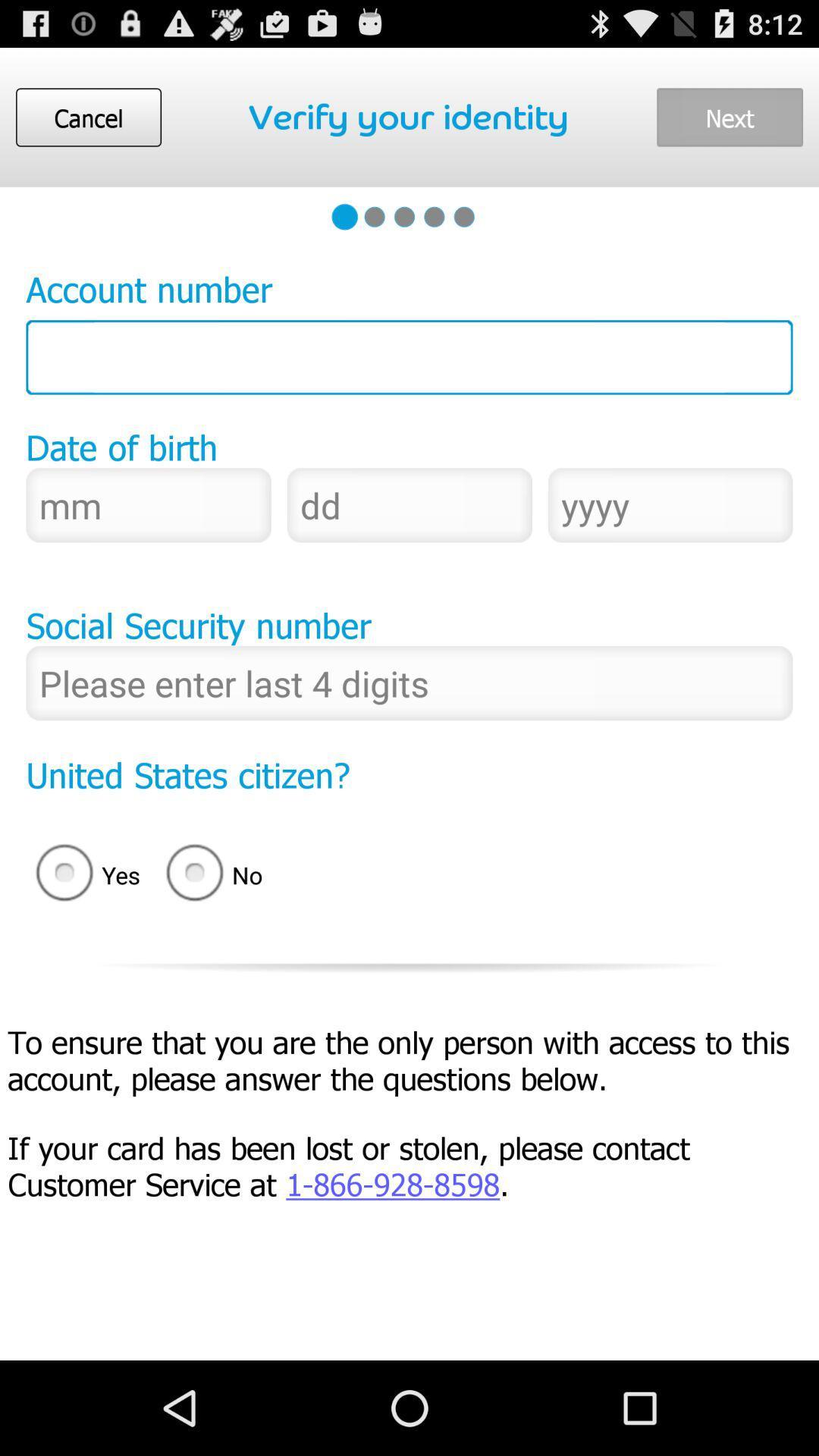  I want to click on item below the united states citizen? icon, so click(83, 875).